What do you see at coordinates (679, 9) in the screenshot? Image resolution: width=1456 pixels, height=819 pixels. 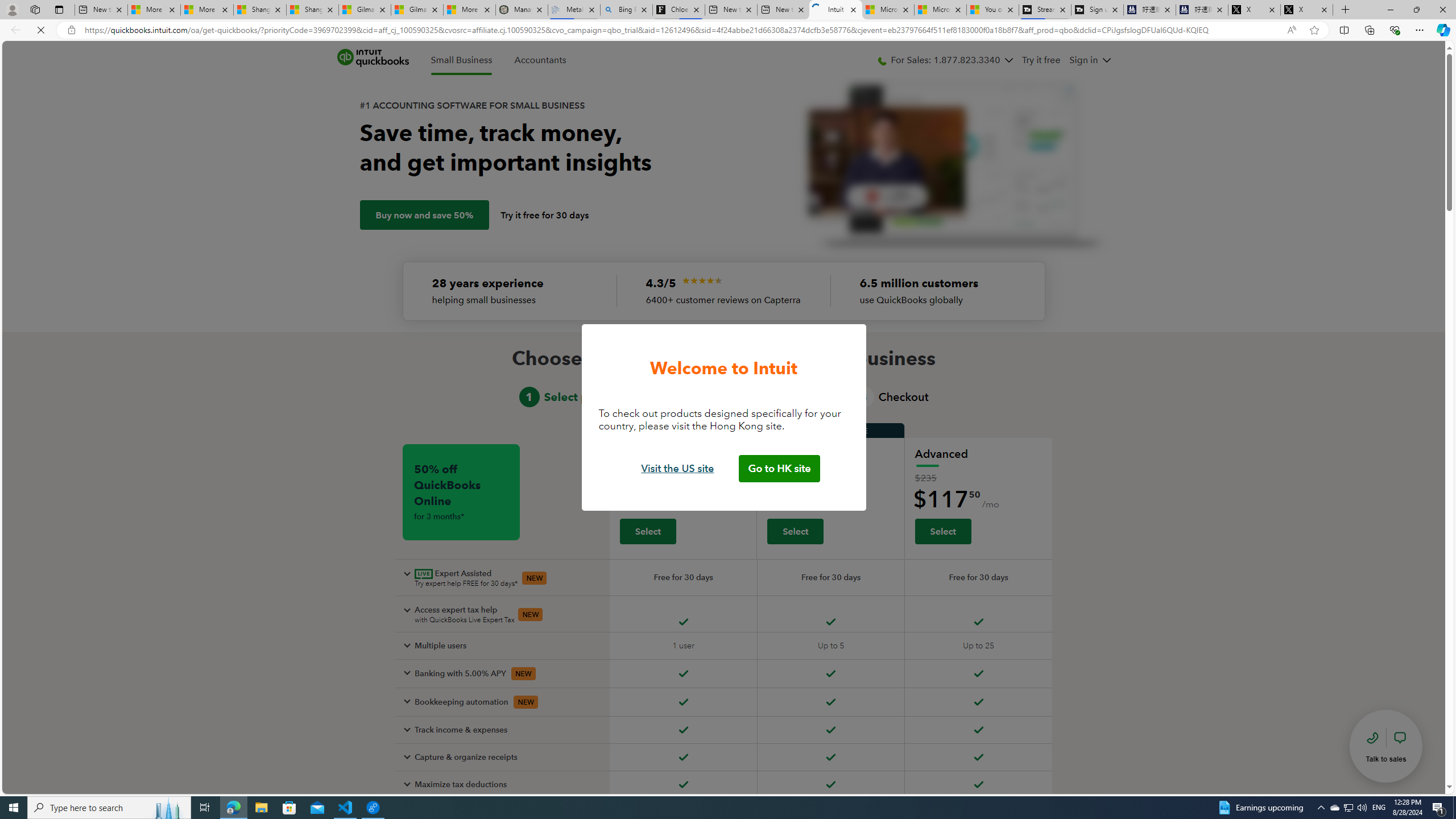 I see `'Chloe Sorvino'` at bounding box center [679, 9].